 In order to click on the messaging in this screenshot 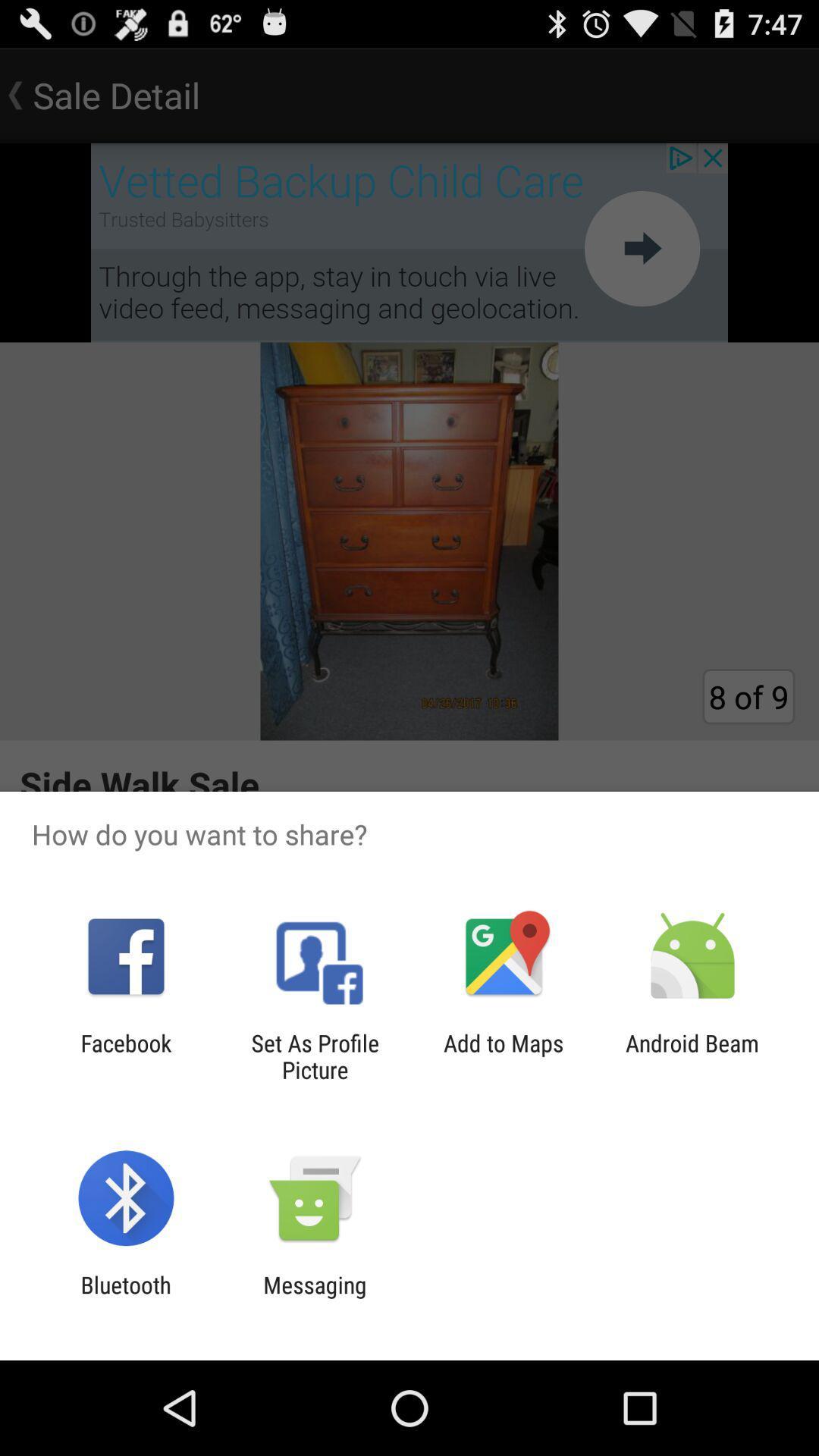, I will do `click(314, 1298)`.